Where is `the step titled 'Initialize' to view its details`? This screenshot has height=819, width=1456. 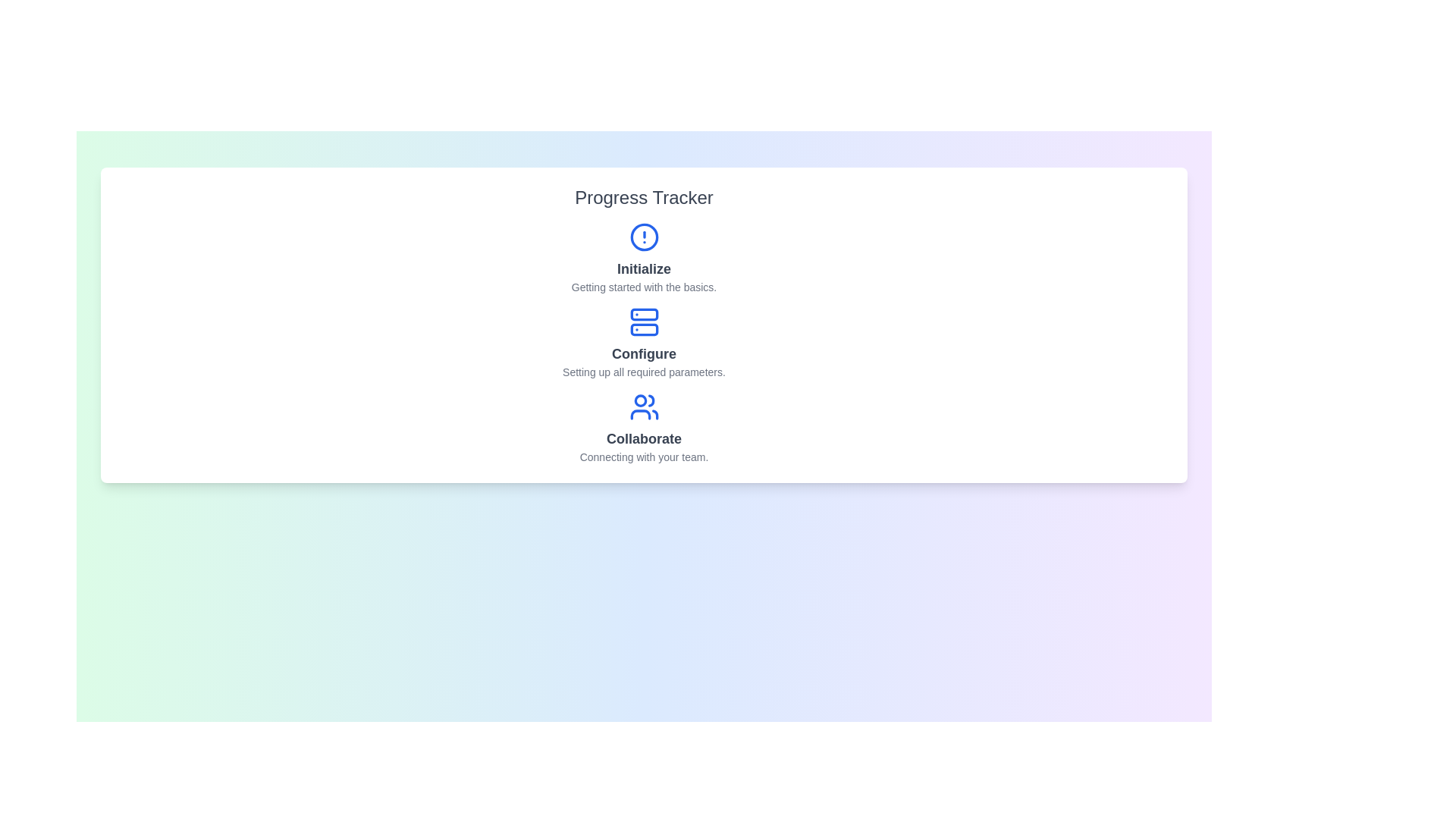
the step titled 'Initialize' to view its details is located at coordinates (644, 257).